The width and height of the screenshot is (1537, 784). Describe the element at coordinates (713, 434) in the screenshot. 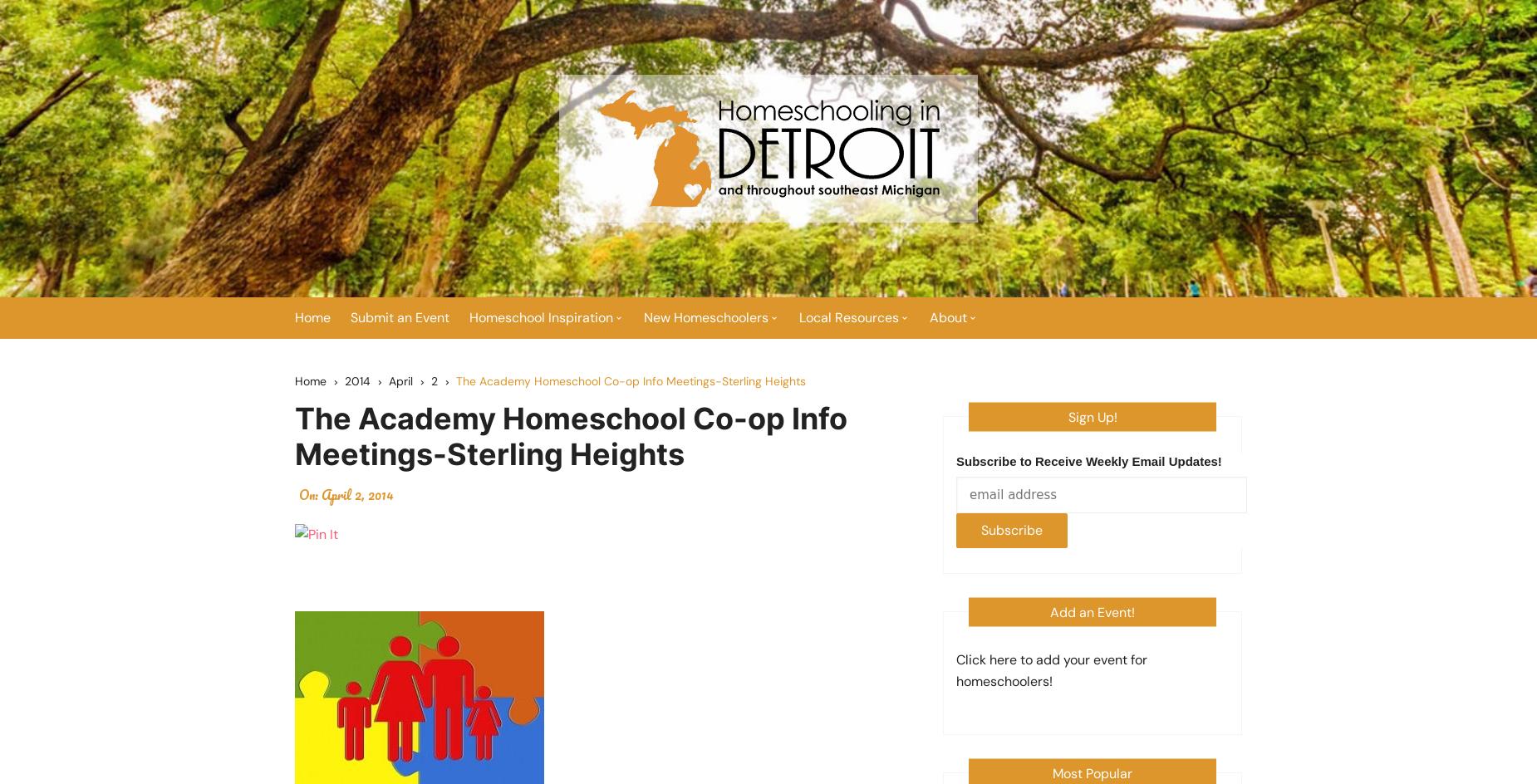

I see `'Curriculum & Helps'` at that location.